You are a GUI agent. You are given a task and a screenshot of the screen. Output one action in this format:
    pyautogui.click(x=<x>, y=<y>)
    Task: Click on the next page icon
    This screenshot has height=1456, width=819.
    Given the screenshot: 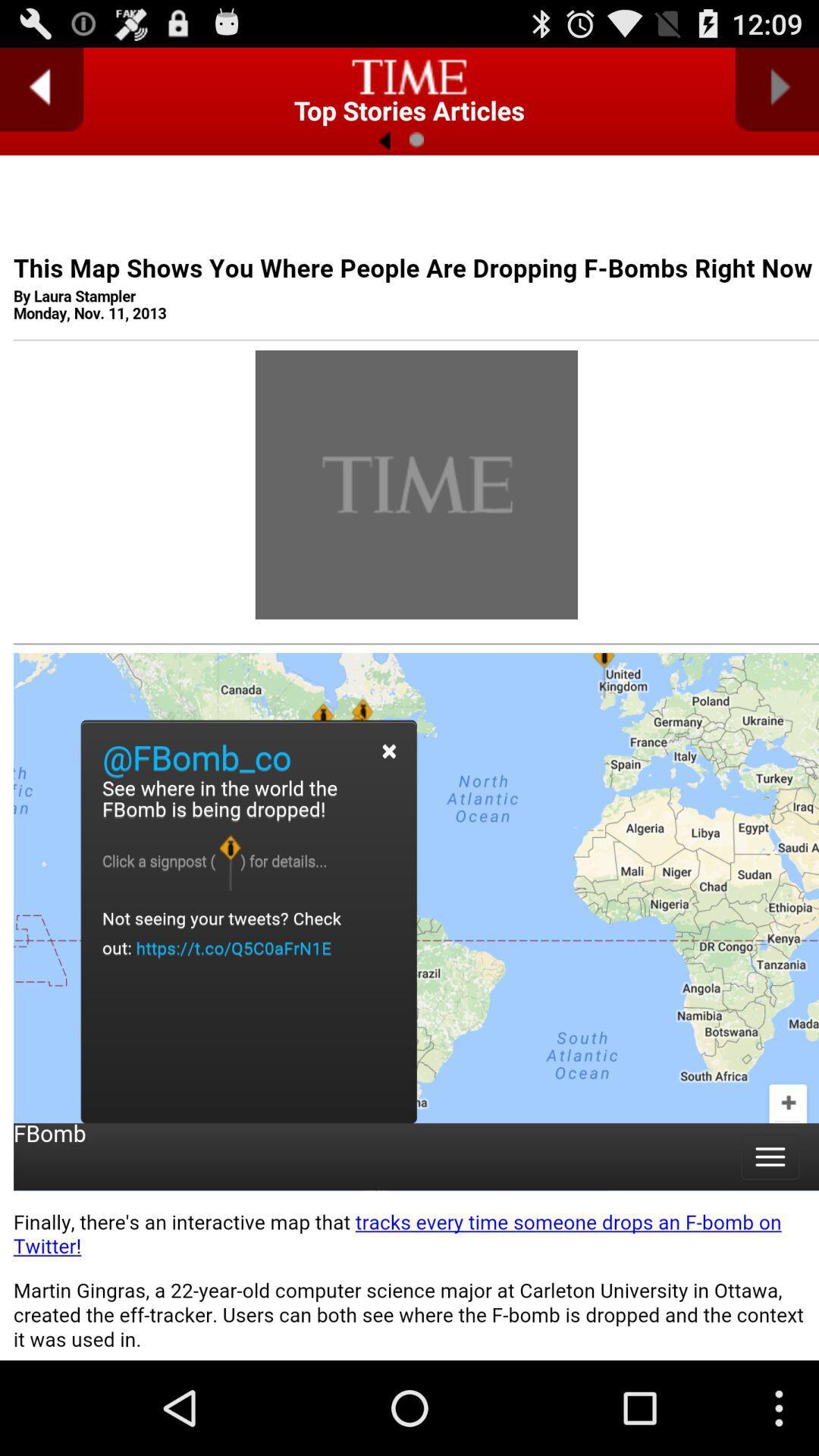 What is the action you would take?
    pyautogui.click(x=777, y=89)
    